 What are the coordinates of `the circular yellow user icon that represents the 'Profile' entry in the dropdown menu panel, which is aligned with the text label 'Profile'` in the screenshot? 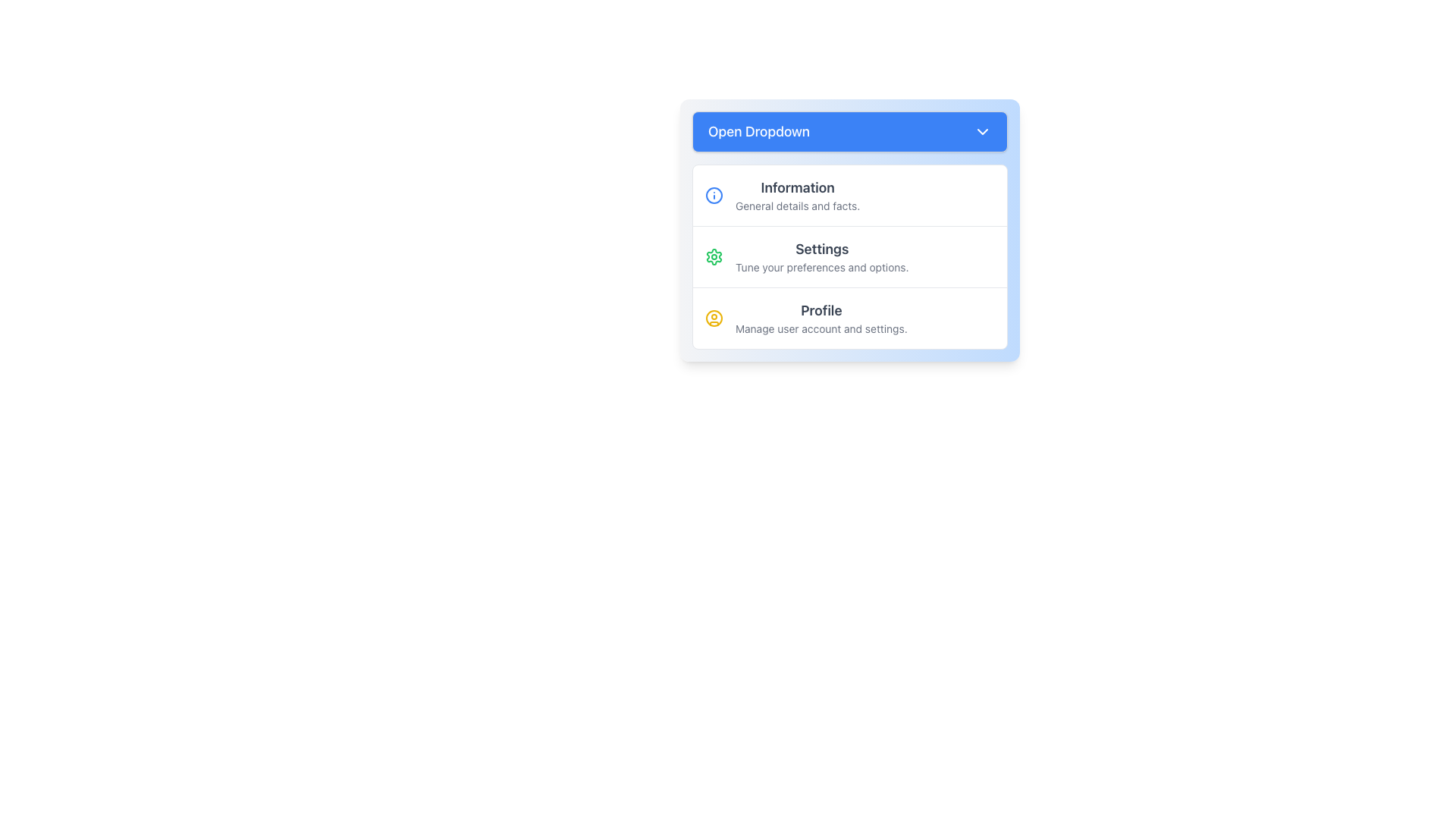 It's located at (713, 318).